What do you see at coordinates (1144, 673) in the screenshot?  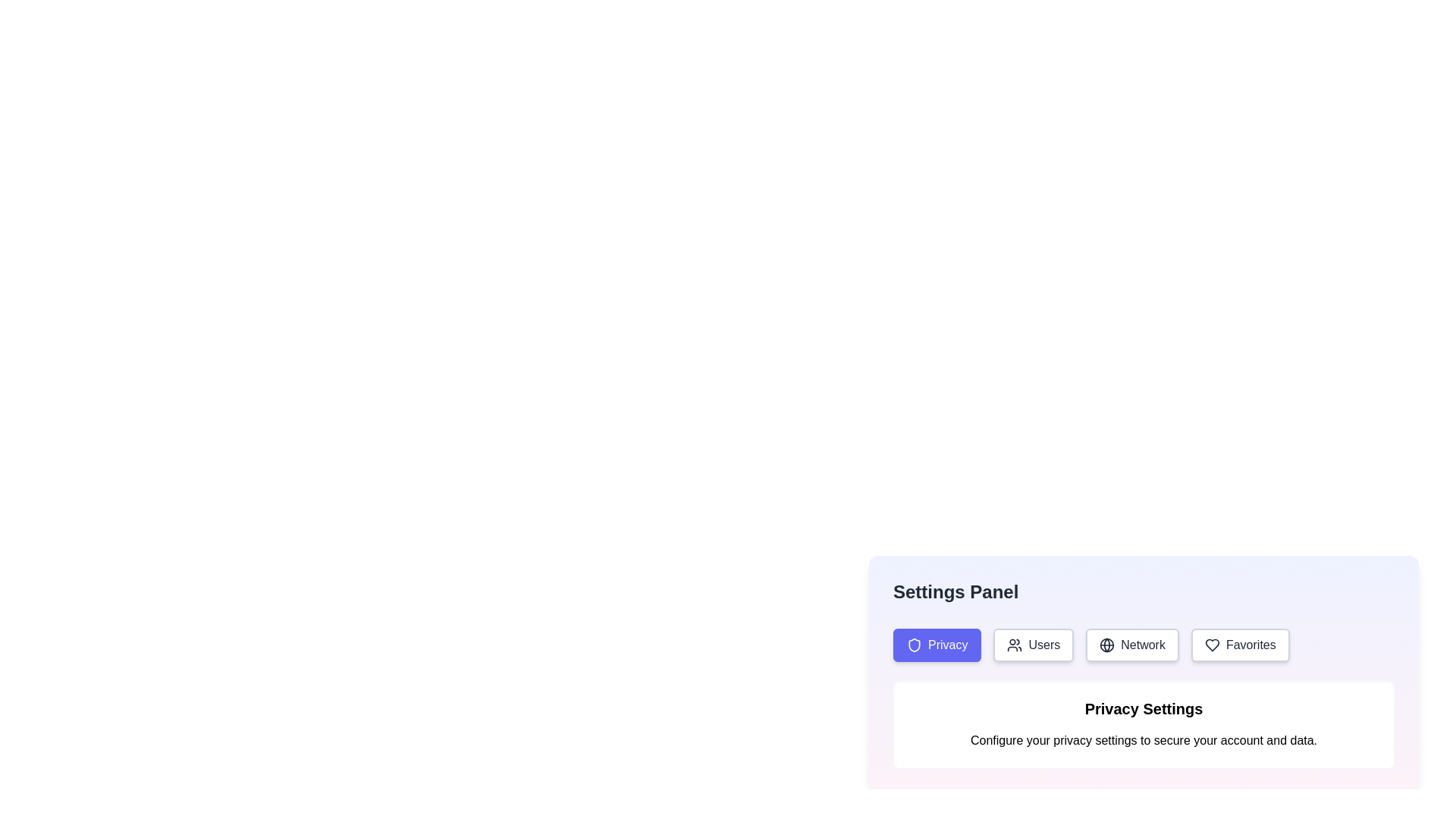 I see `the informational panel located below the tab buttons labeled 'Privacy', 'Users', 'Network', and 'Favorites'` at bounding box center [1144, 673].